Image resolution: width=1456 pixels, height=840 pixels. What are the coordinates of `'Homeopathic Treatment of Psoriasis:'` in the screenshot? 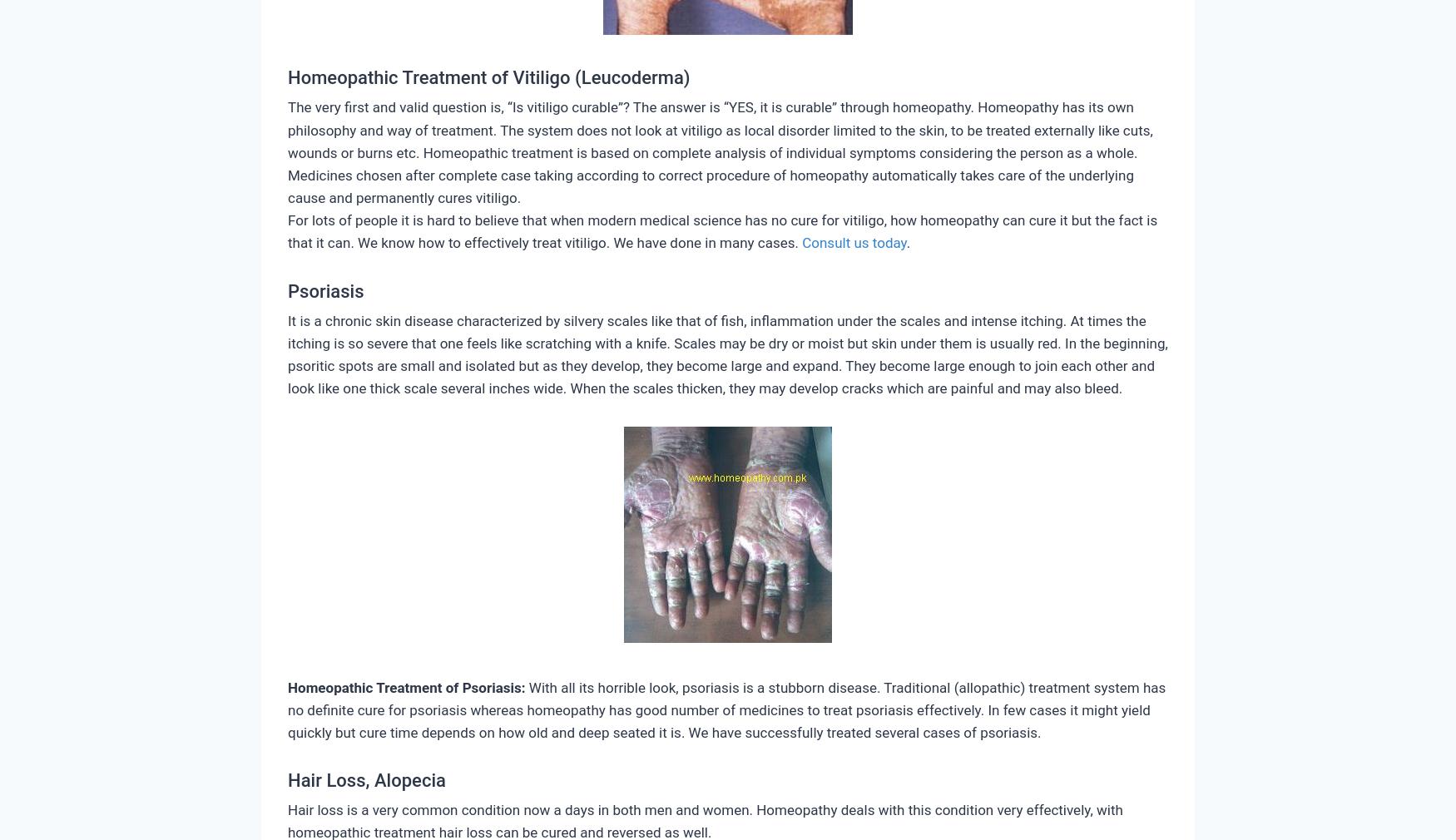 It's located at (406, 686).